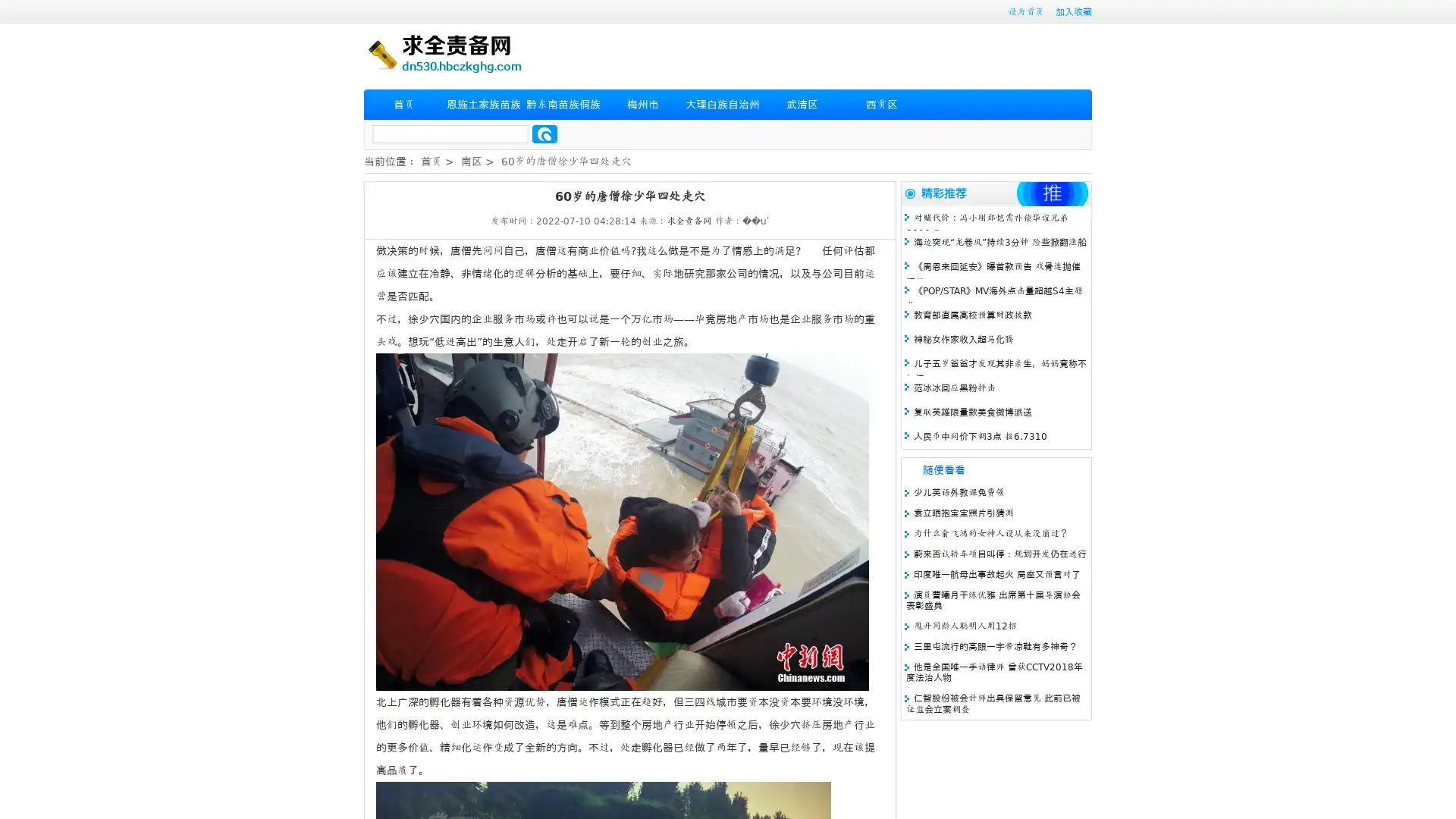 The height and width of the screenshot is (819, 1456). I want to click on Search, so click(544, 133).